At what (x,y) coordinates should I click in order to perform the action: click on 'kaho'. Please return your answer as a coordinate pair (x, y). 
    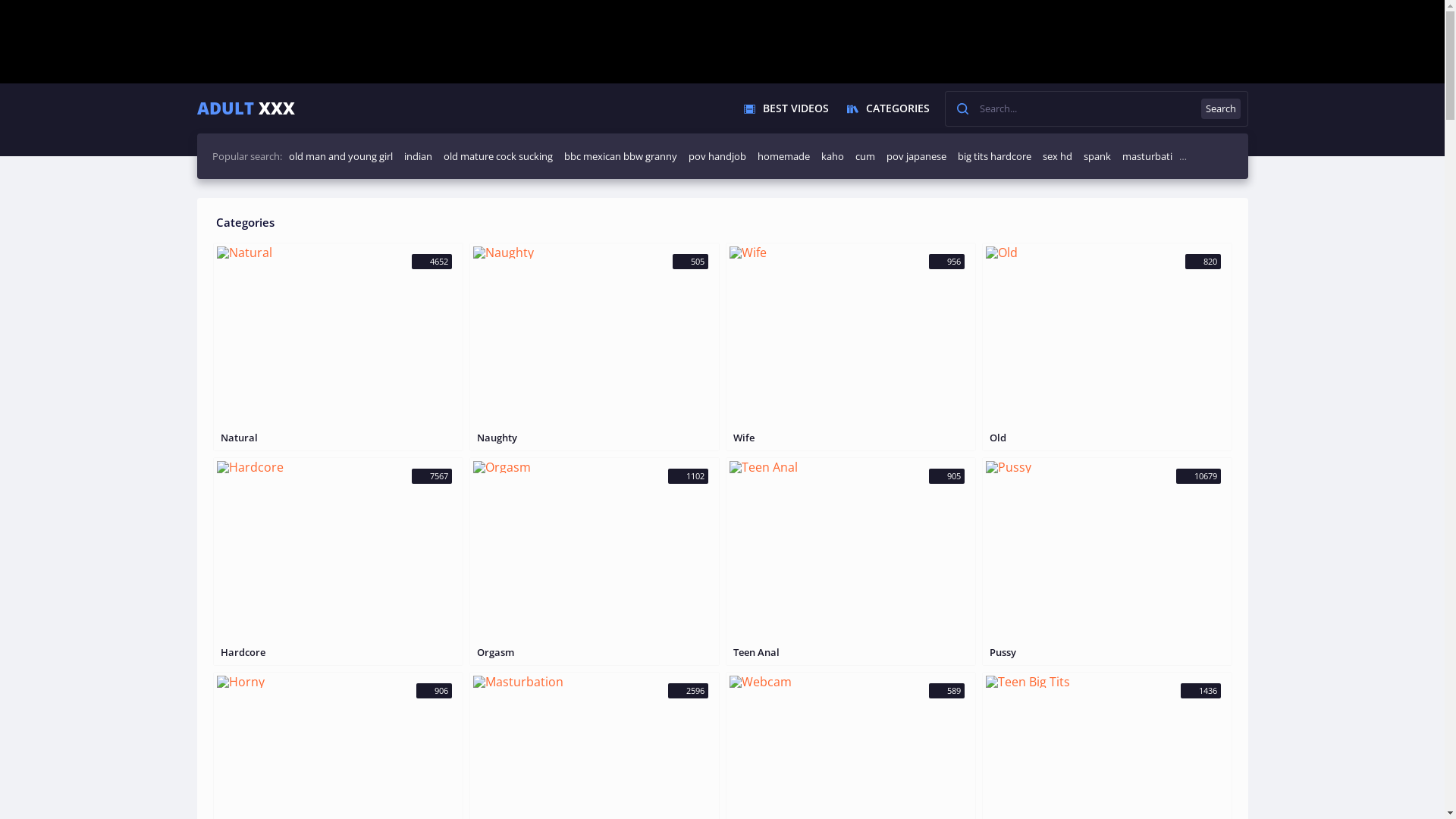
    Looking at the image, I should click on (819, 155).